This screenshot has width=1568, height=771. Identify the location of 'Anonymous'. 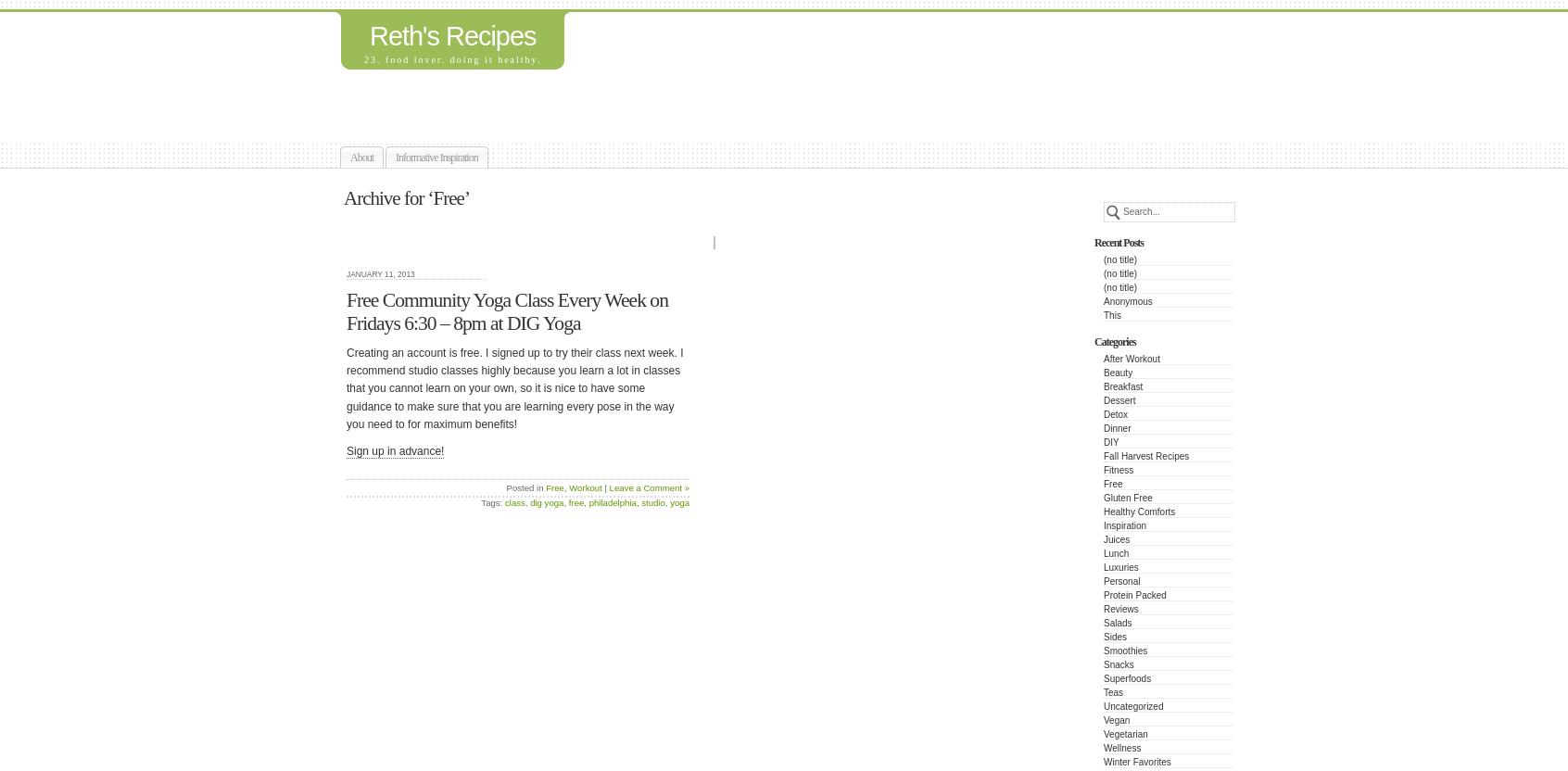
(1128, 301).